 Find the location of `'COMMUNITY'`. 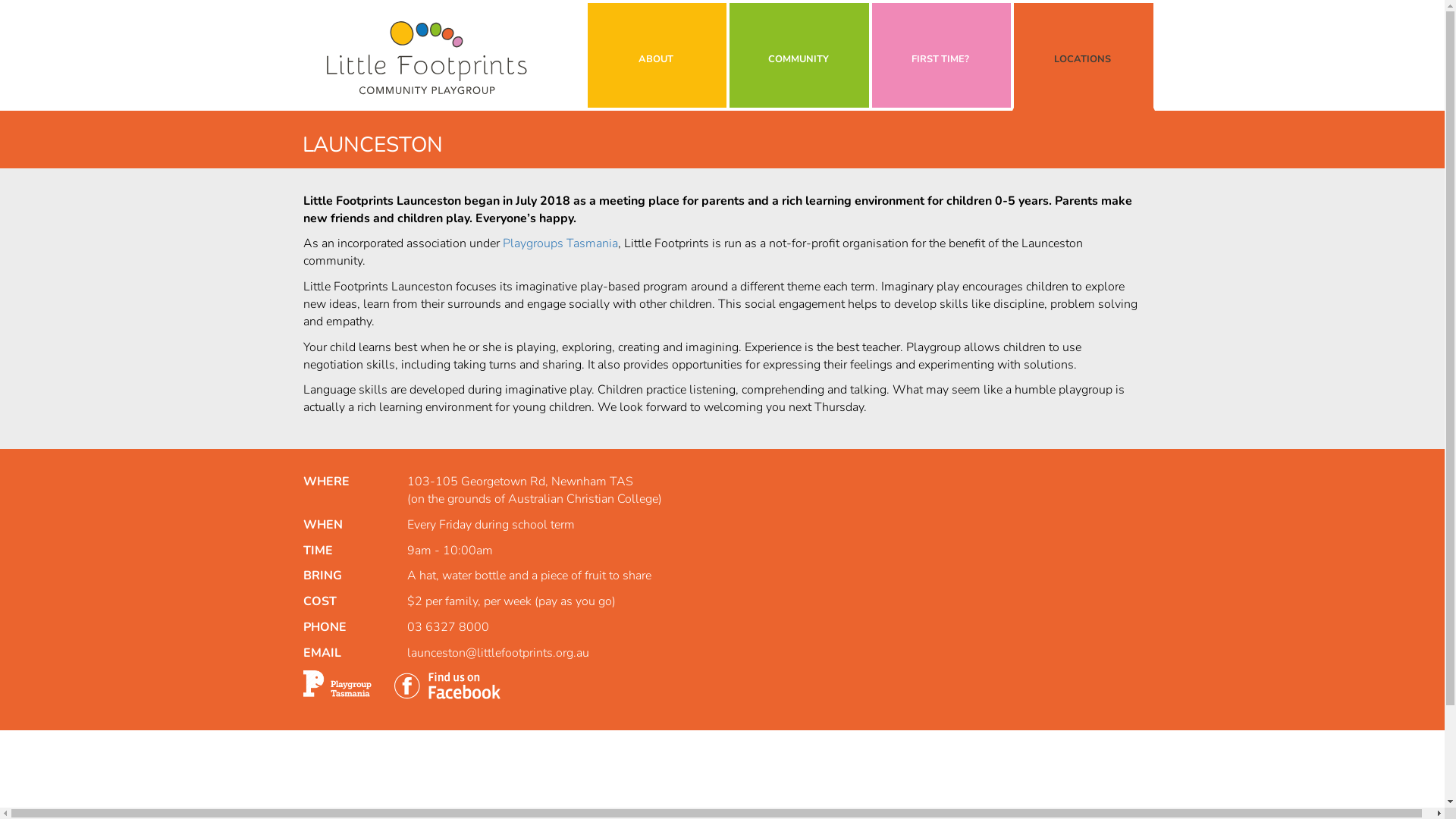

'COMMUNITY' is located at coordinates (729, 55).